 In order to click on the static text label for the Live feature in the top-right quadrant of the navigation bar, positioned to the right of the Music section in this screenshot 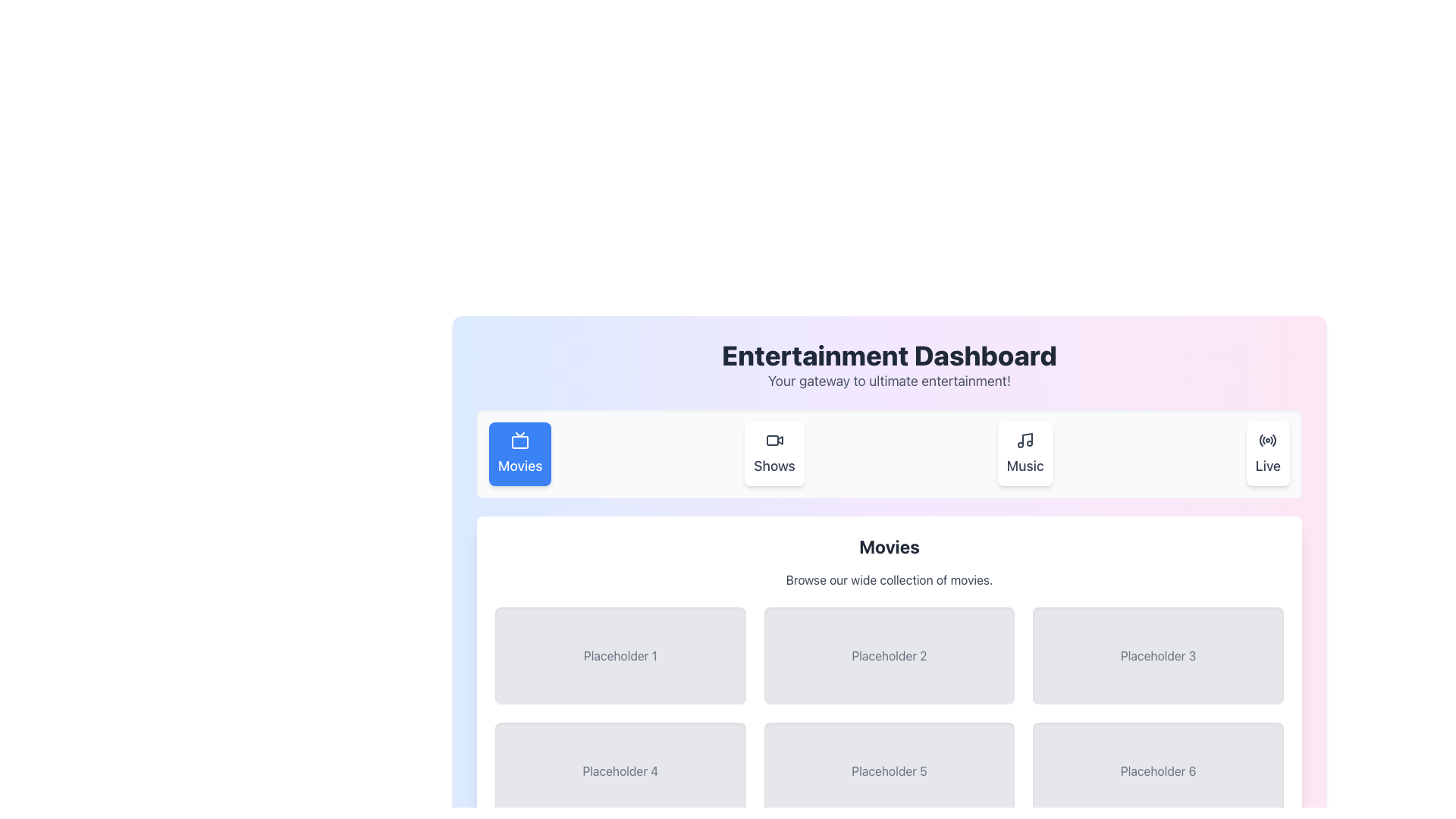, I will do `click(1268, 465)`.